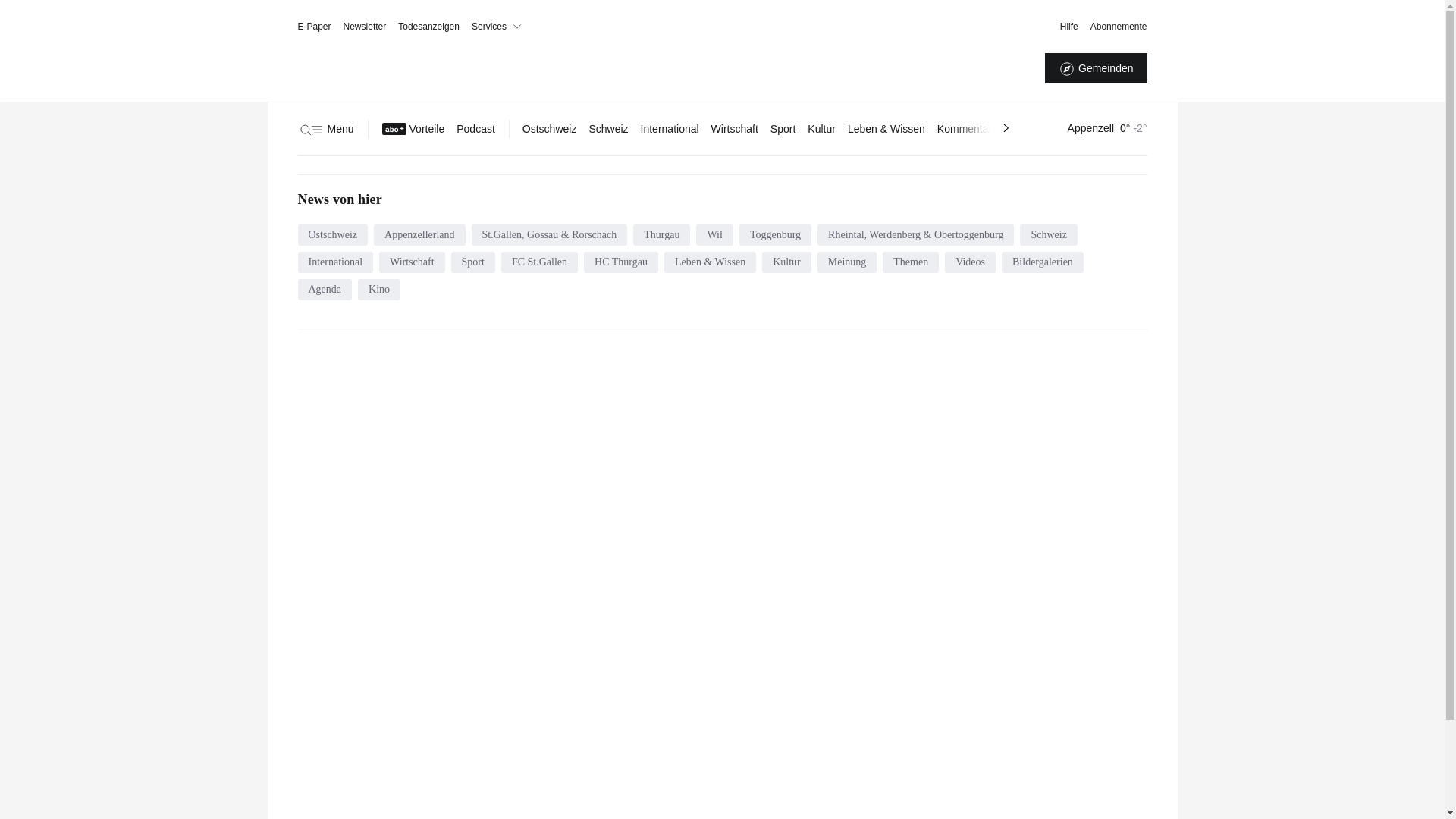  I want to click on 'Services', so click(499, 26).